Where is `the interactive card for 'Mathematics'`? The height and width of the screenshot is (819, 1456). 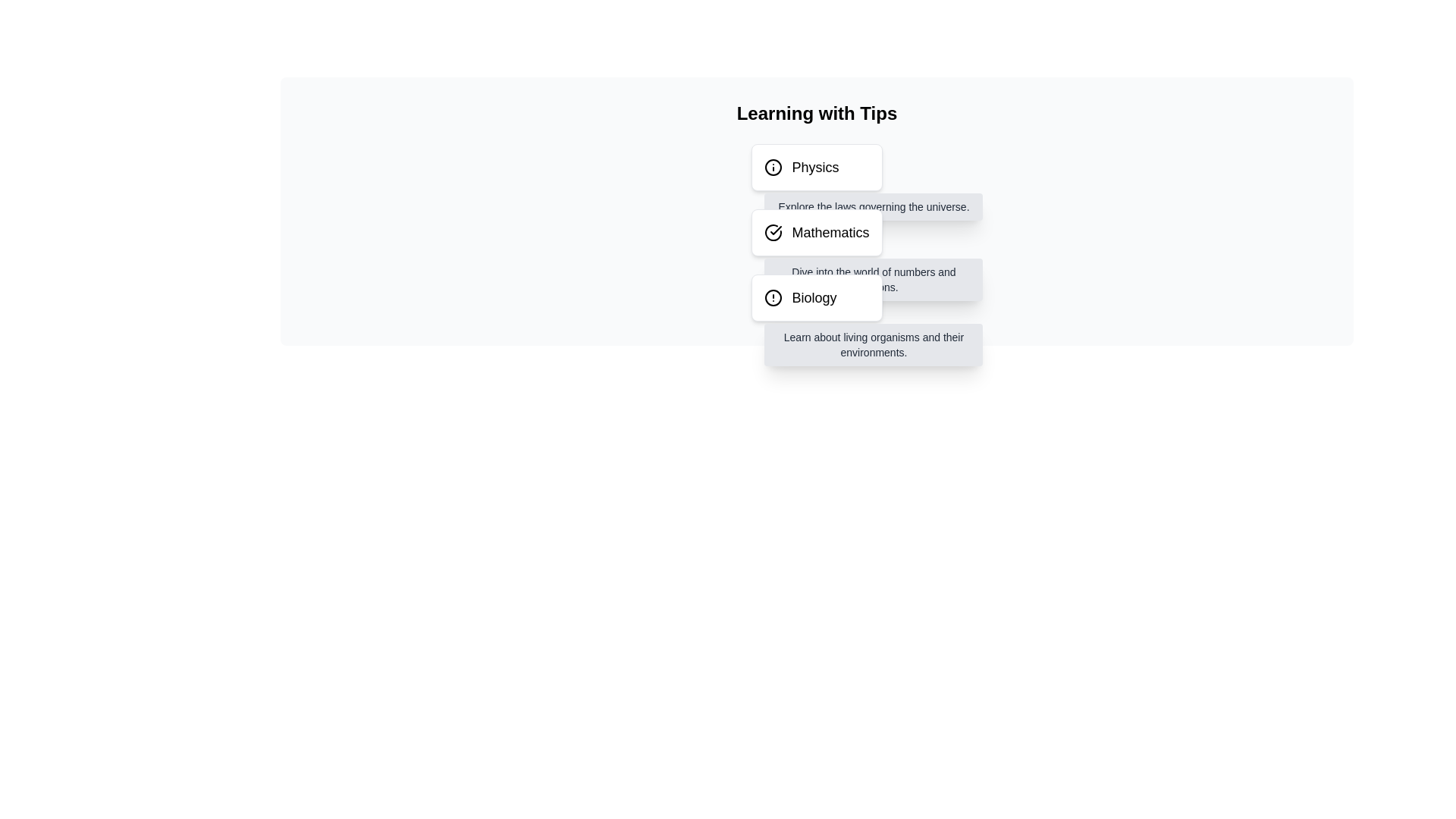
the interactive card for 'Mathematics' is located at coordinates (816, 233).